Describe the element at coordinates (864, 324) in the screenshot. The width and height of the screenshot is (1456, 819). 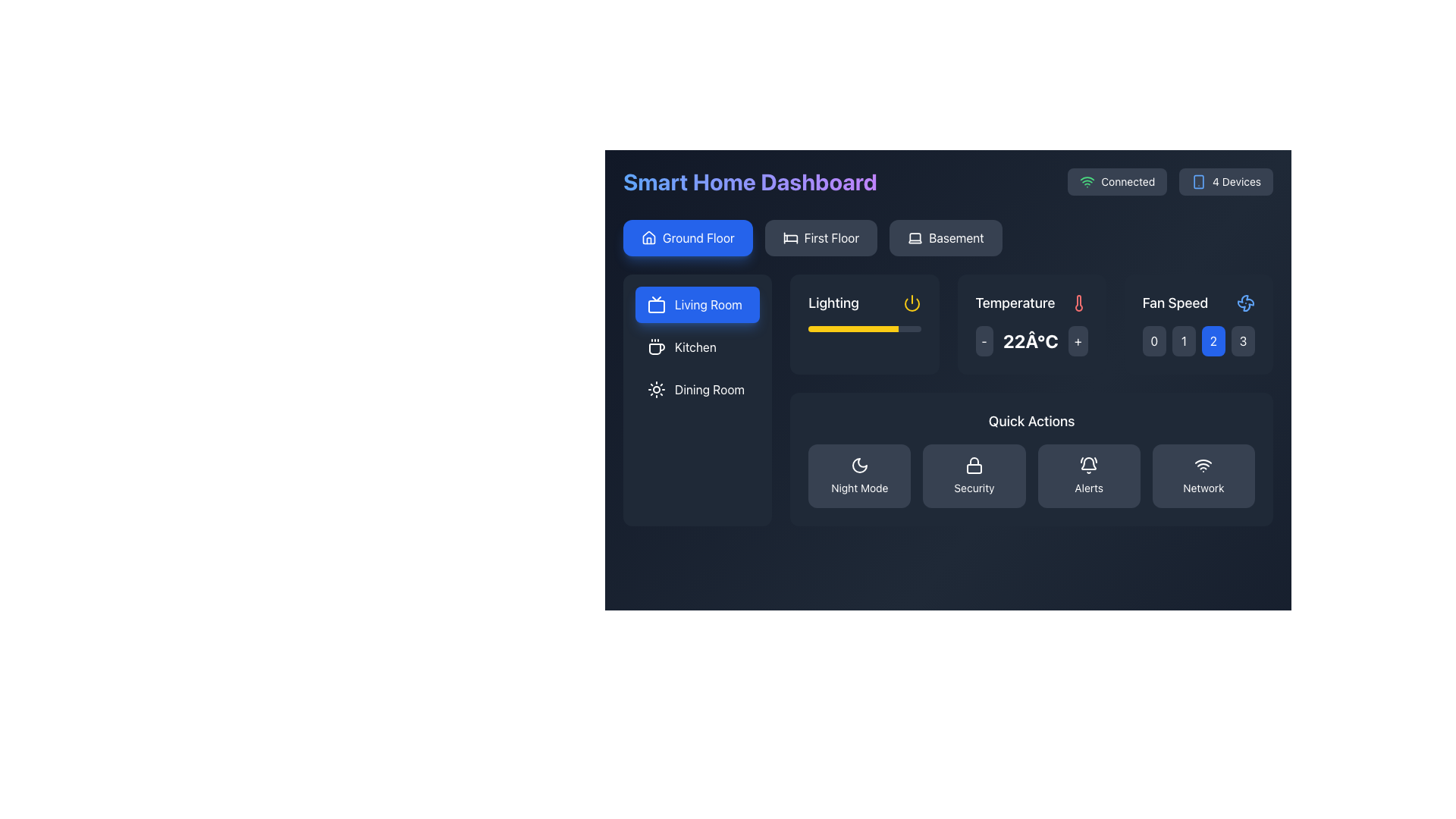
I see `the Status card with a progress bar and power control located under the 'Living Room' heading, which is the first card in a grid layout` at that location.